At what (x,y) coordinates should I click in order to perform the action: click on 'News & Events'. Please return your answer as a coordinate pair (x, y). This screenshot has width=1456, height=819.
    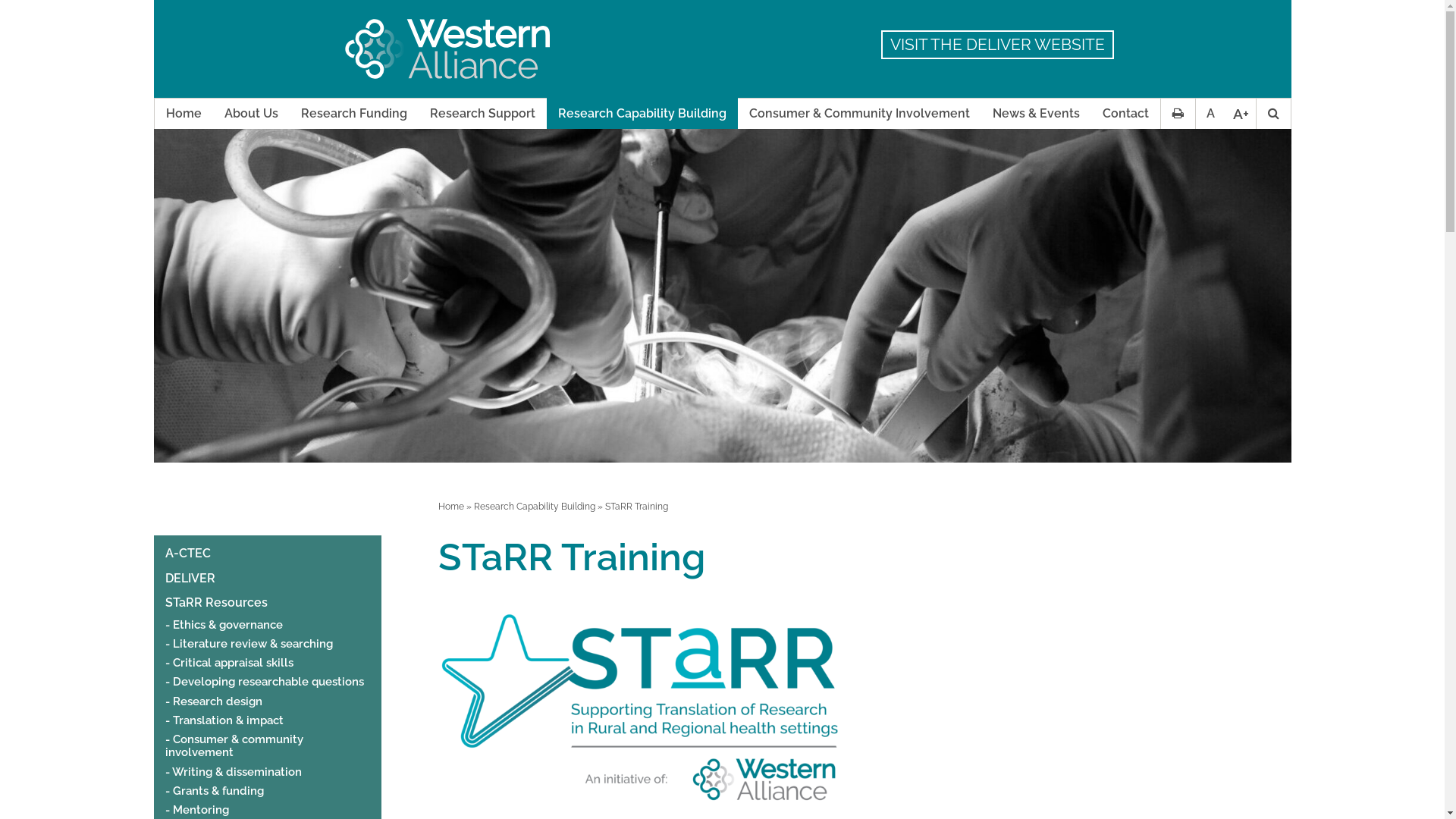
    Looking at the image, I should click on (1035, 113).